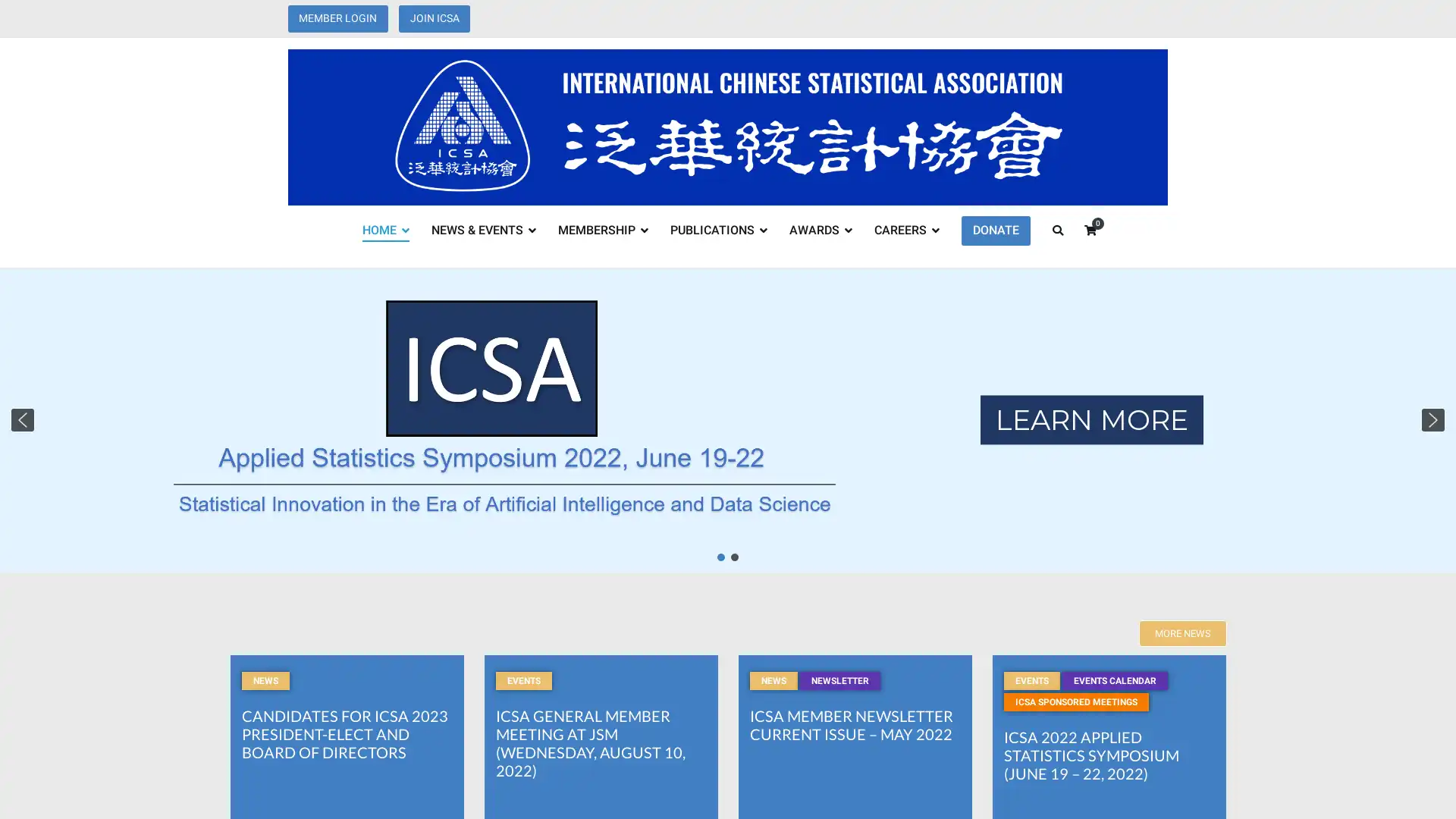 This screenshot has height=819, width=1456. I want to click on Slide 1, so click(735, 556).